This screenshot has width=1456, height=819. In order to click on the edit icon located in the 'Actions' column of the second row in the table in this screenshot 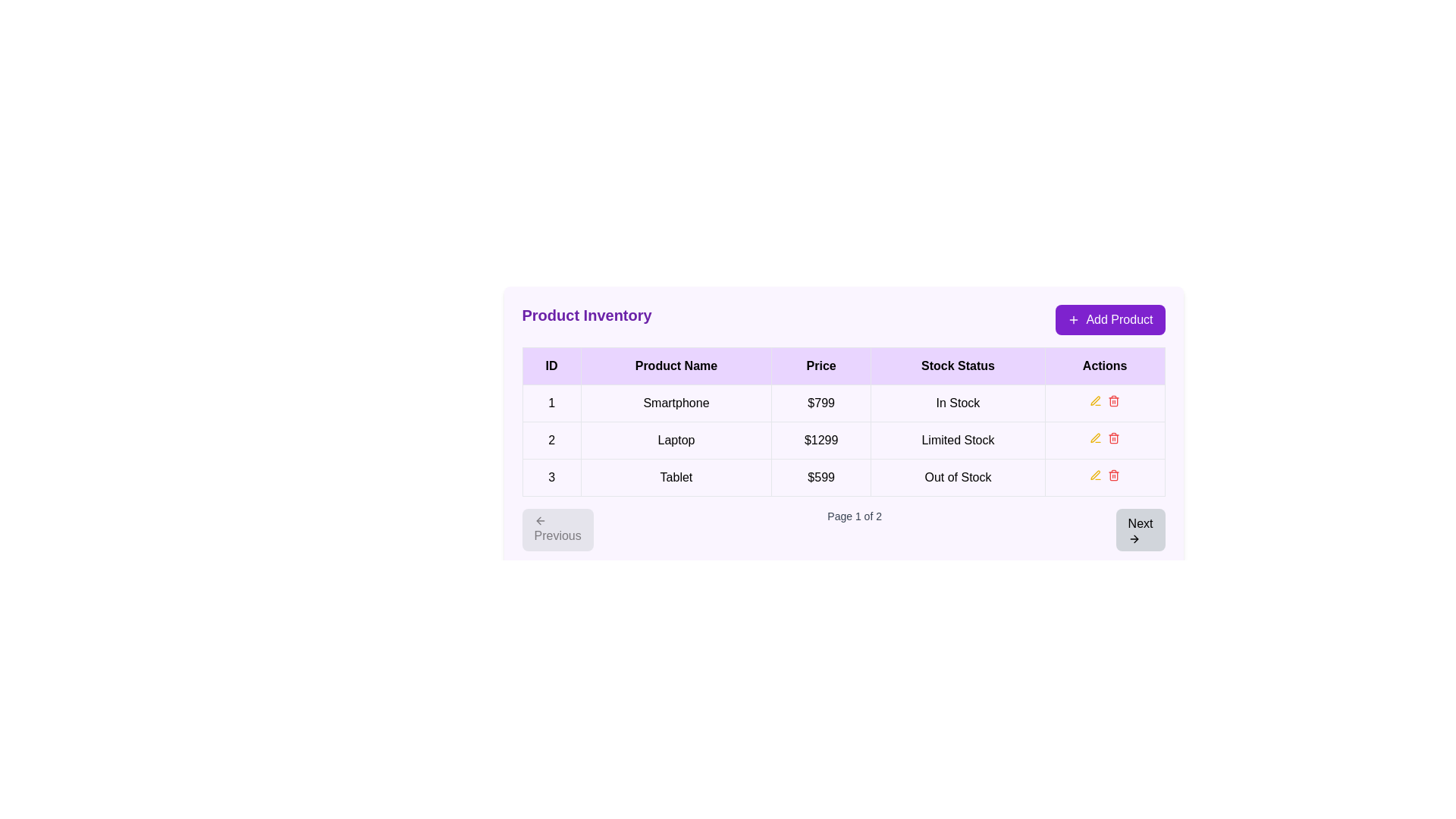, I will do `click(1095, 400)`.